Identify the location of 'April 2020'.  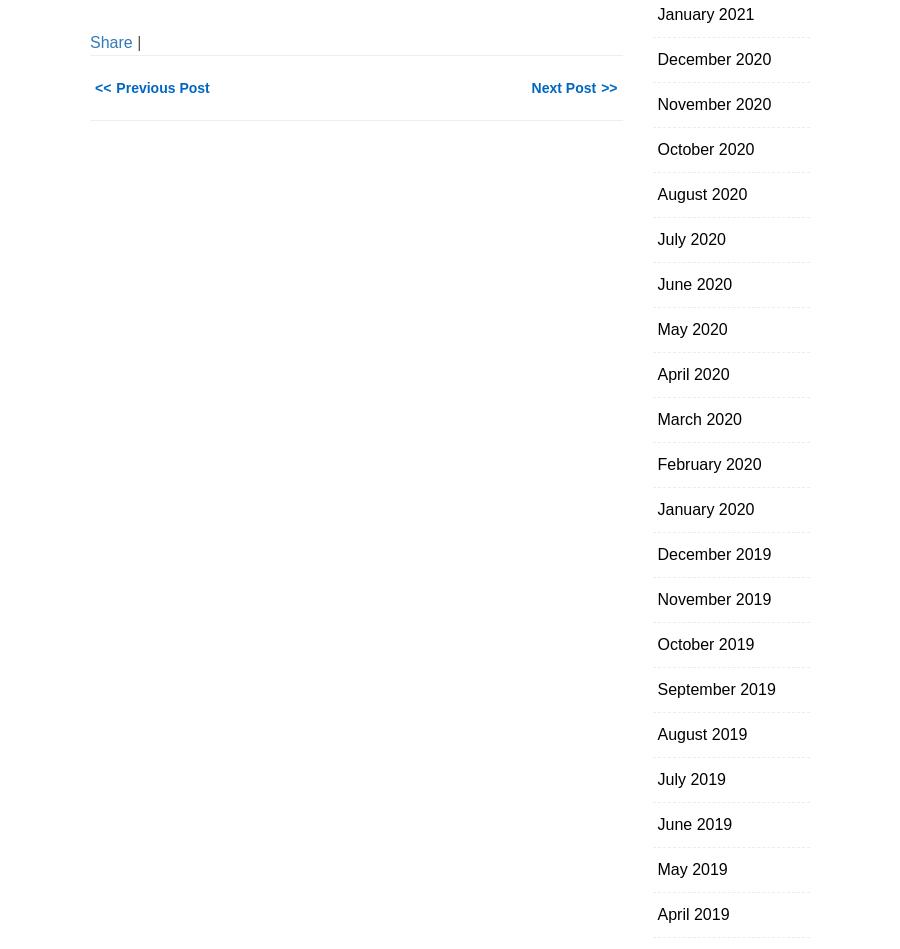
(692, 374).